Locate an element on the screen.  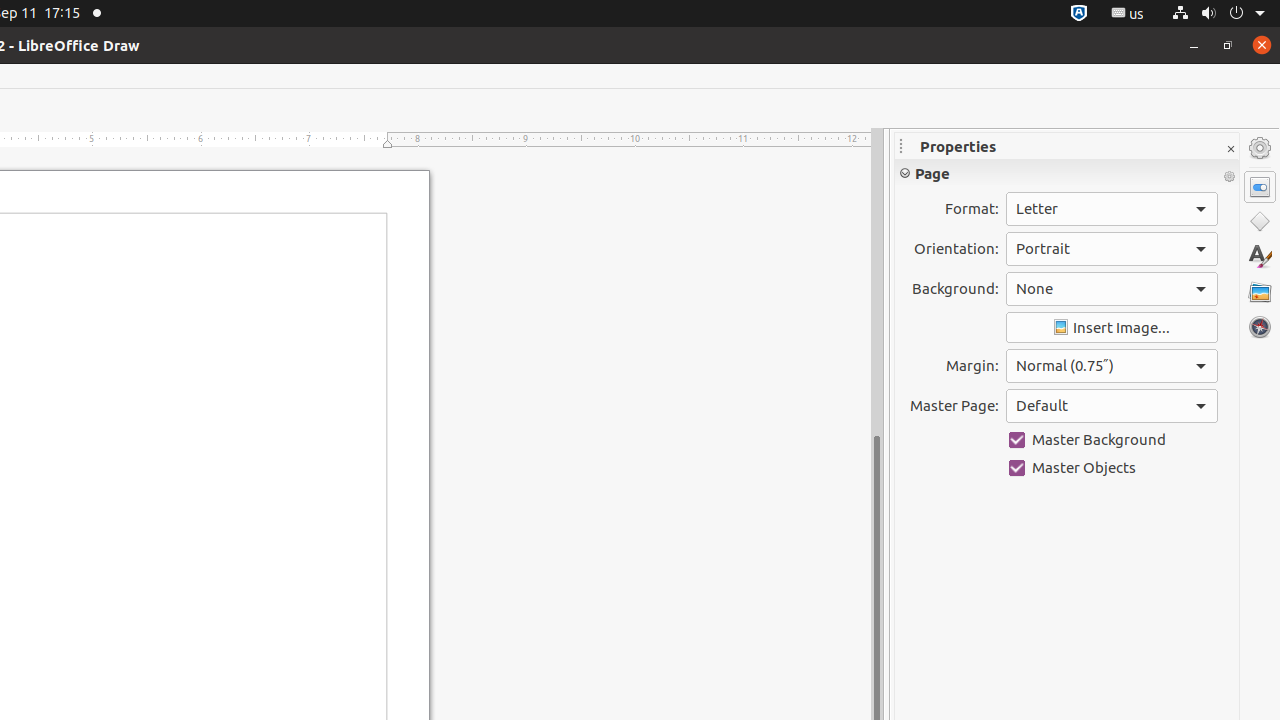
'Insert Image' is located at coordinates (1110, 326).